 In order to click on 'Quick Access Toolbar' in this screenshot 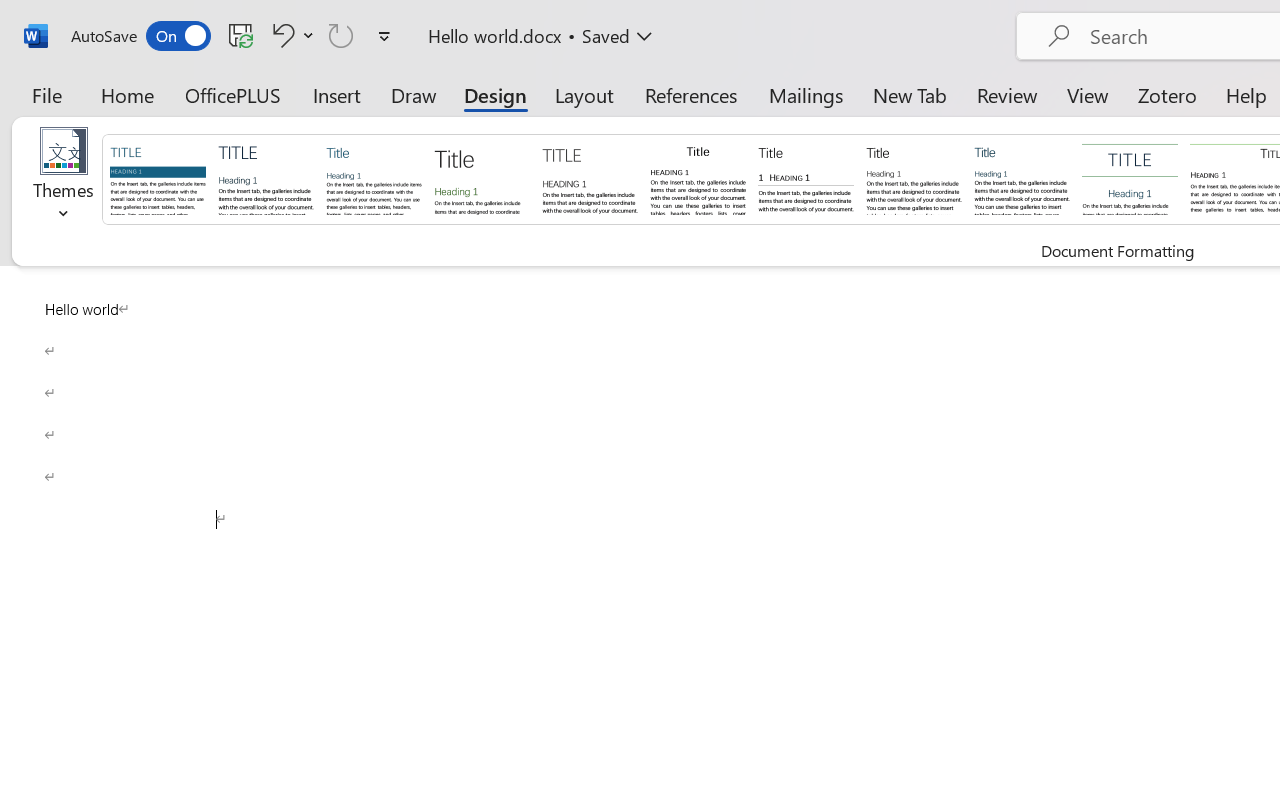, I will do `click(234, 35)`.